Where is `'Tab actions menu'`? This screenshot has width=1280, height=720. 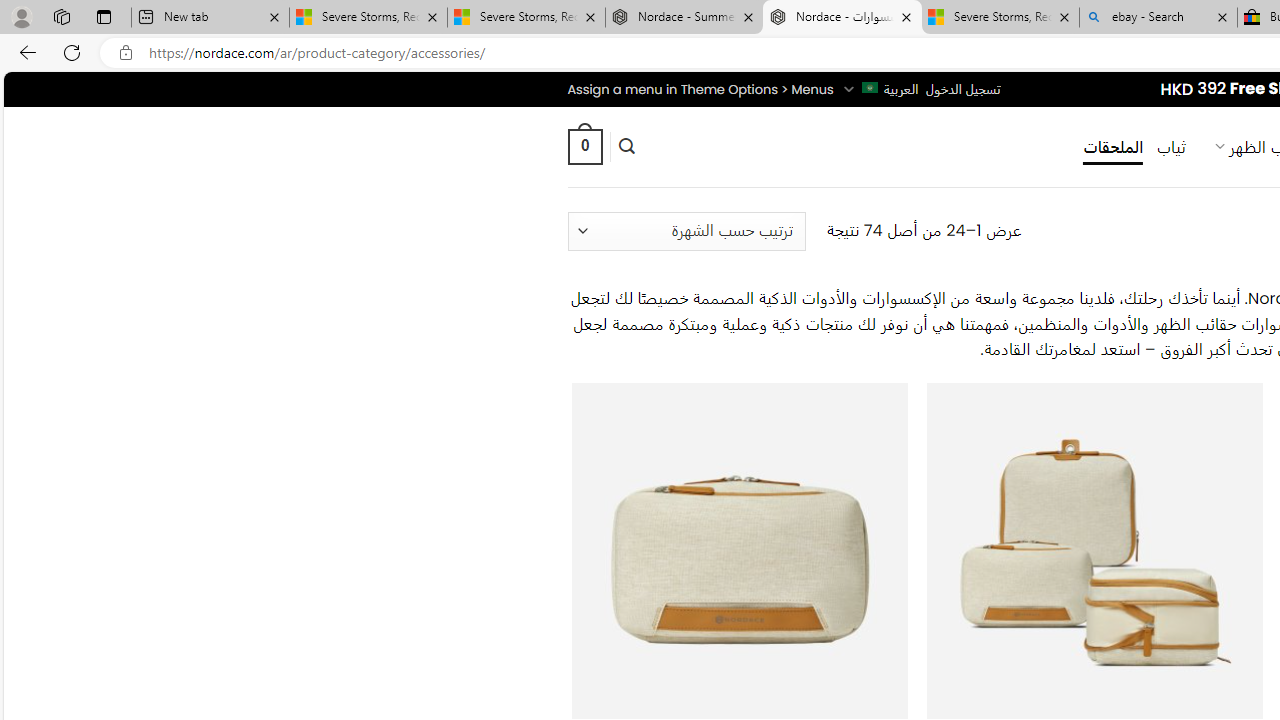
'Tab actions menu' is located at coordinates (103, 16).